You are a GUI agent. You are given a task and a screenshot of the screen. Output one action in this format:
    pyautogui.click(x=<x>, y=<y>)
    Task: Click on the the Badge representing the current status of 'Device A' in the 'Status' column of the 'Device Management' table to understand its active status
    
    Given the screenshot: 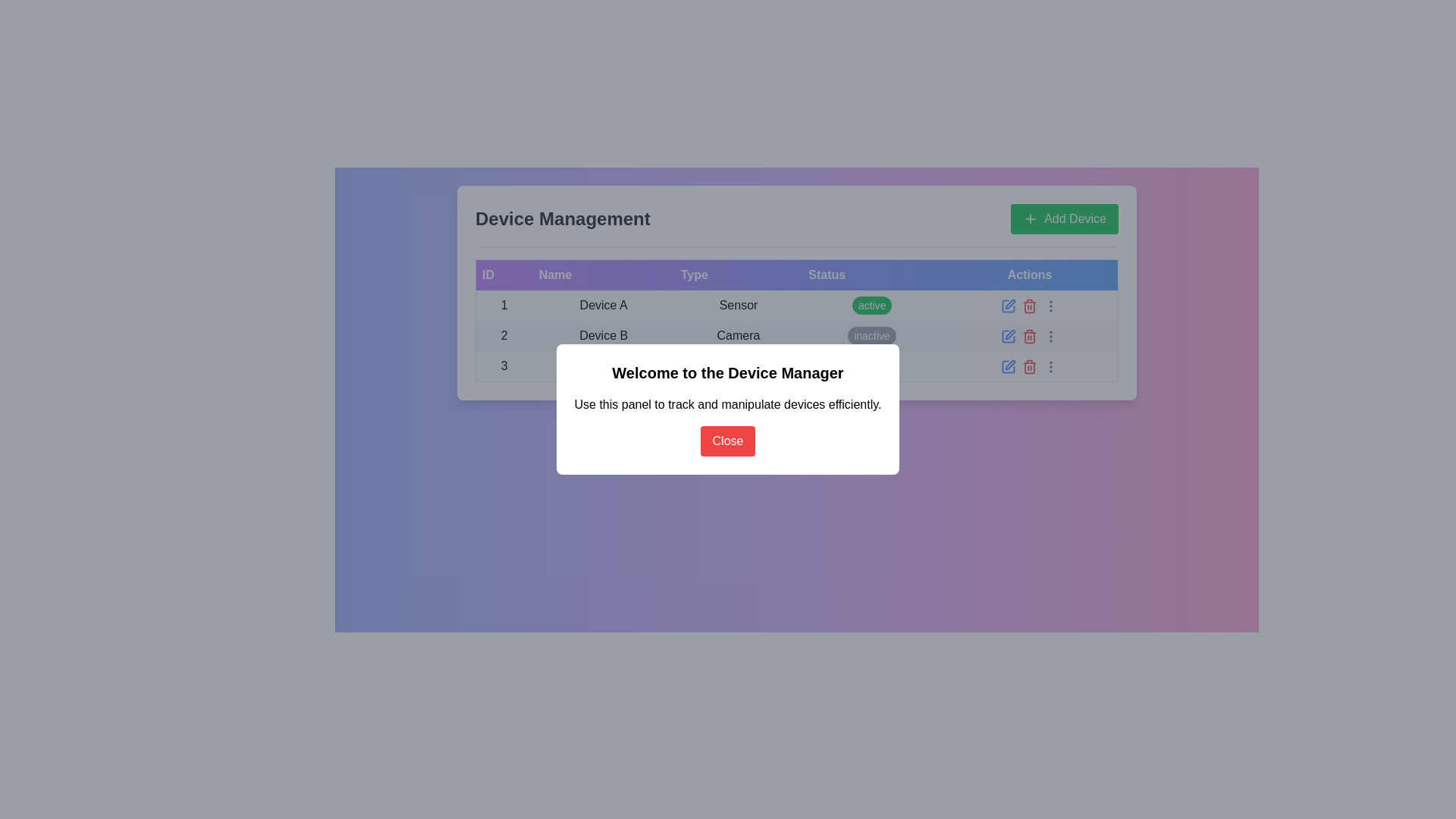 What is the action you would take?
    pyautogui.click(x=872, y=305)
    